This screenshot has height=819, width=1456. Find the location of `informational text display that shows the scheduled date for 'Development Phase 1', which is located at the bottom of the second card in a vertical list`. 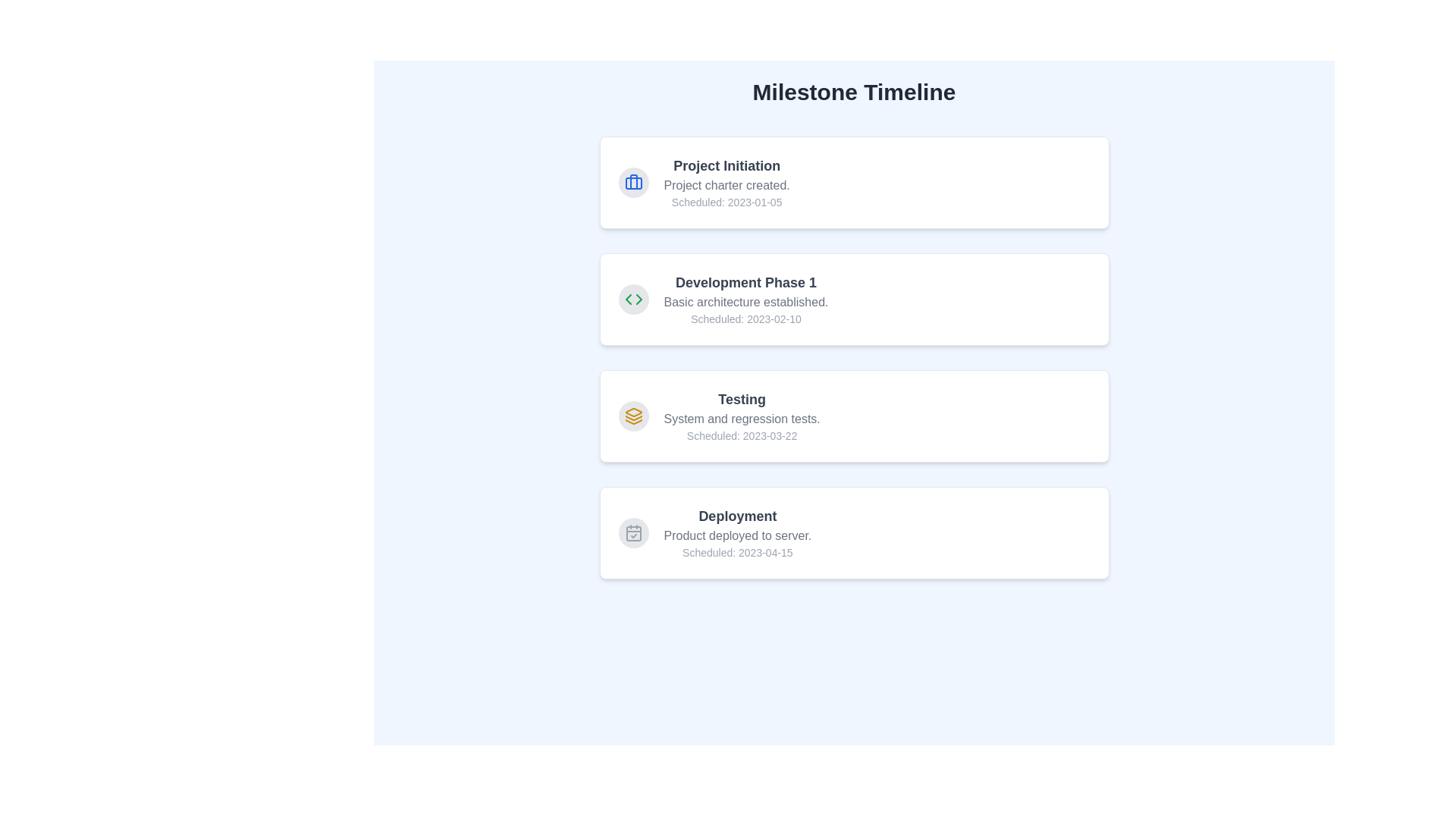

informational text display that shows the scheduled date for 'Development Phase 1', which is located at the bottom of the second card in a vertical list is located at coordinates (745, 318).